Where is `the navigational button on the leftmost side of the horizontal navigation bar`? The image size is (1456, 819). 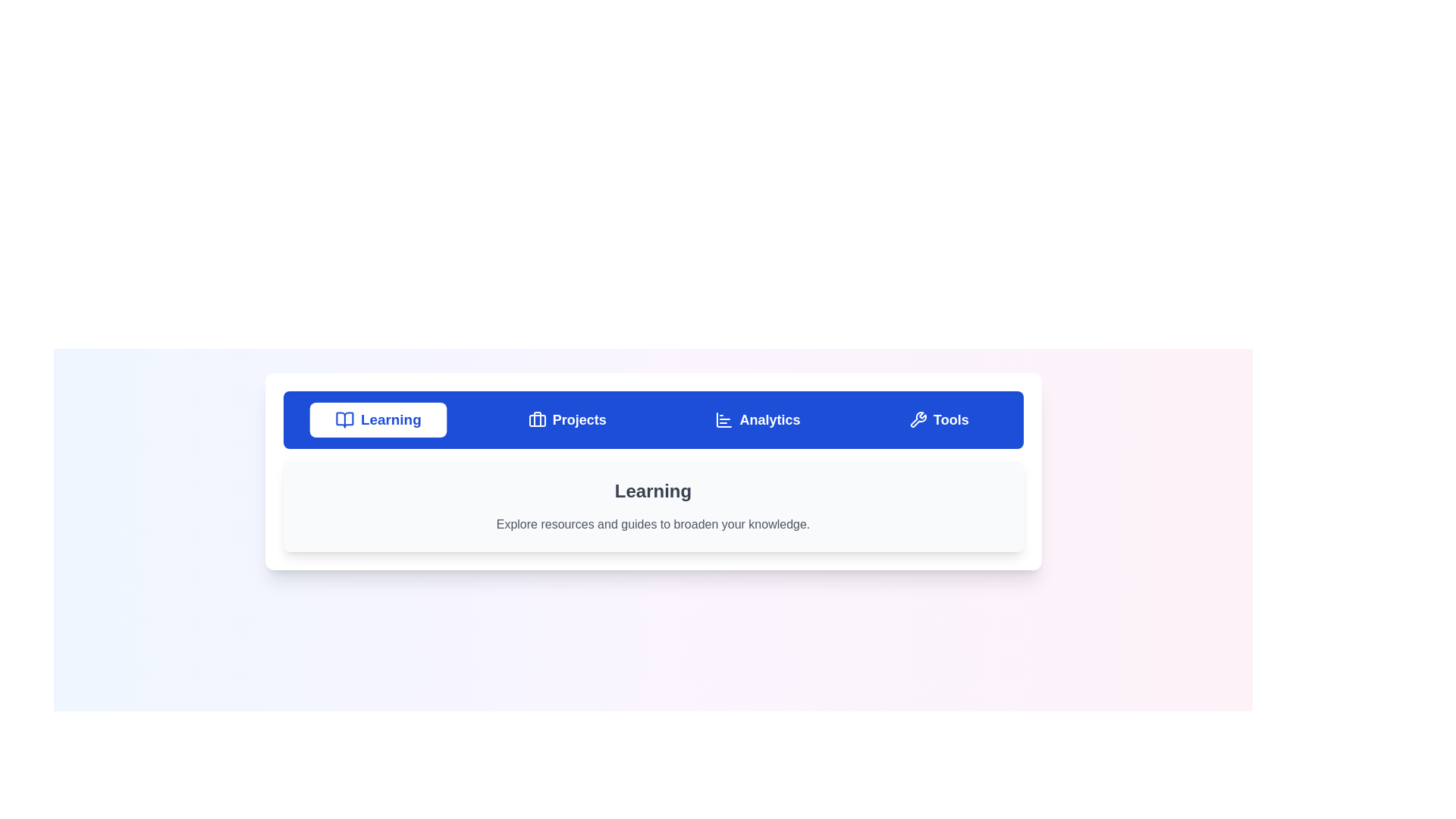 the navigational button on the leftmost side of the horizontal navigation bar is located at coordinates (378, 420).